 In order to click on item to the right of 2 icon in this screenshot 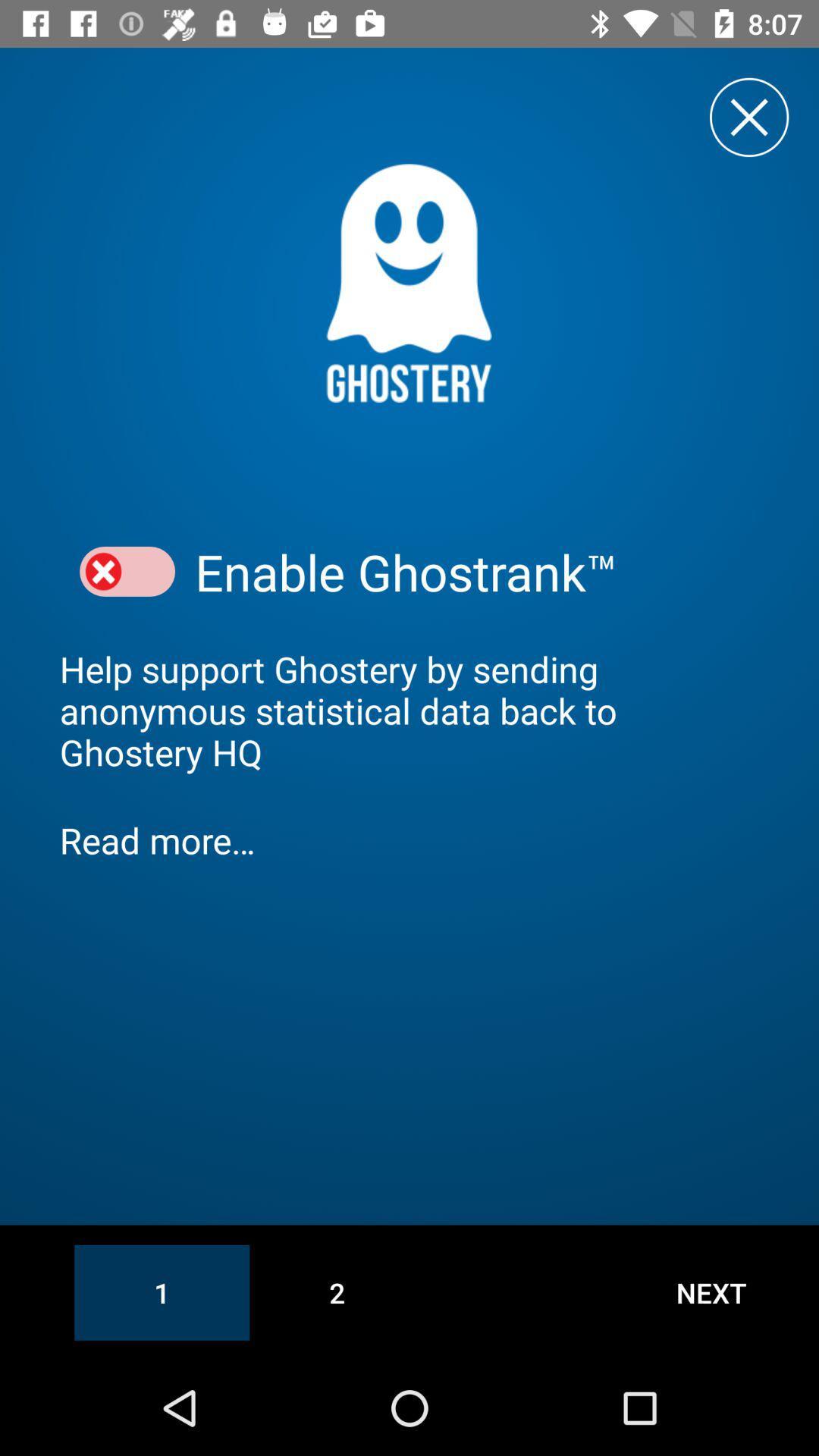, I will do `click(711, 1291)`.